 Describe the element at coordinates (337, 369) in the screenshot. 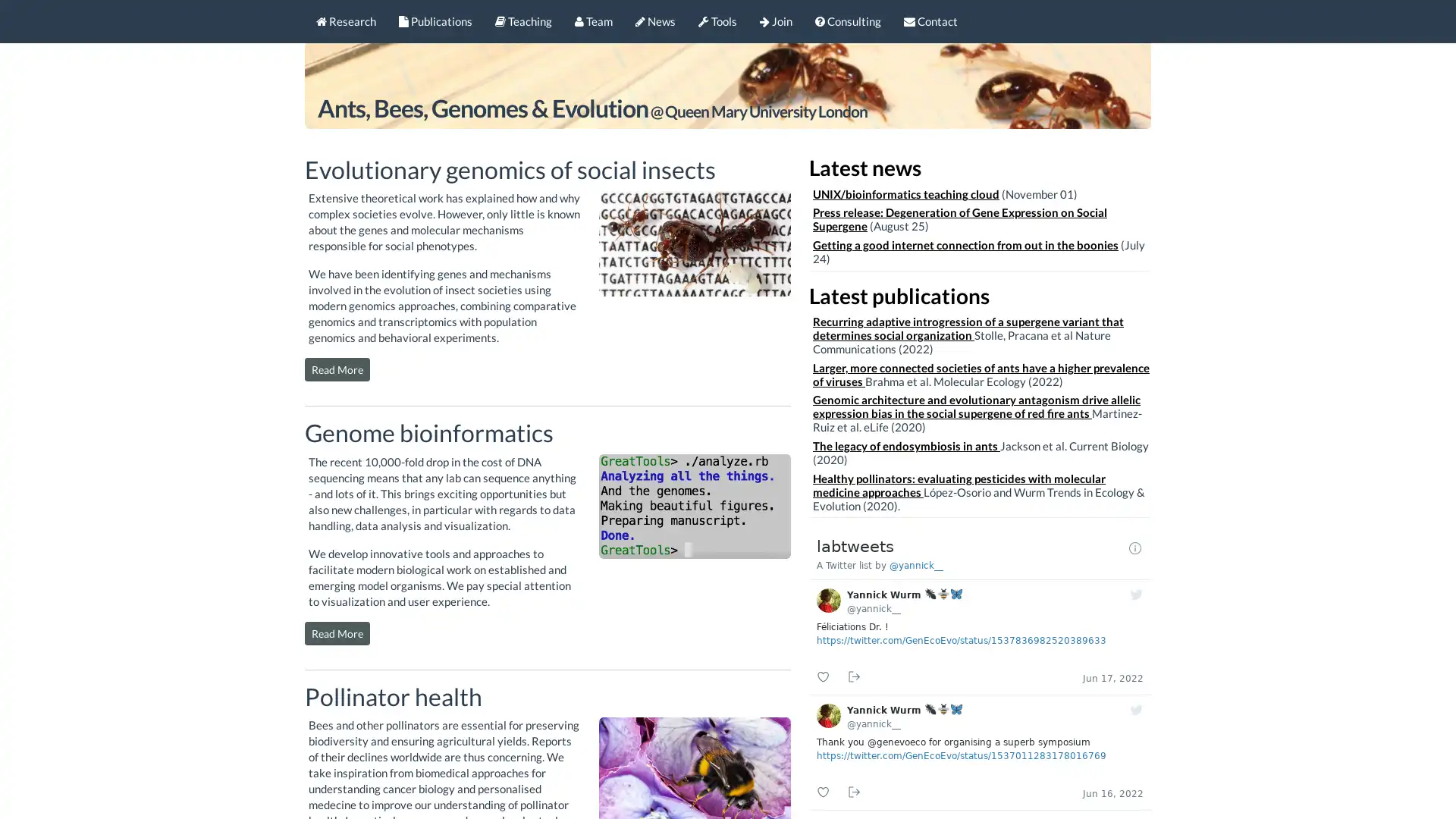

I see `Read More` at that location.